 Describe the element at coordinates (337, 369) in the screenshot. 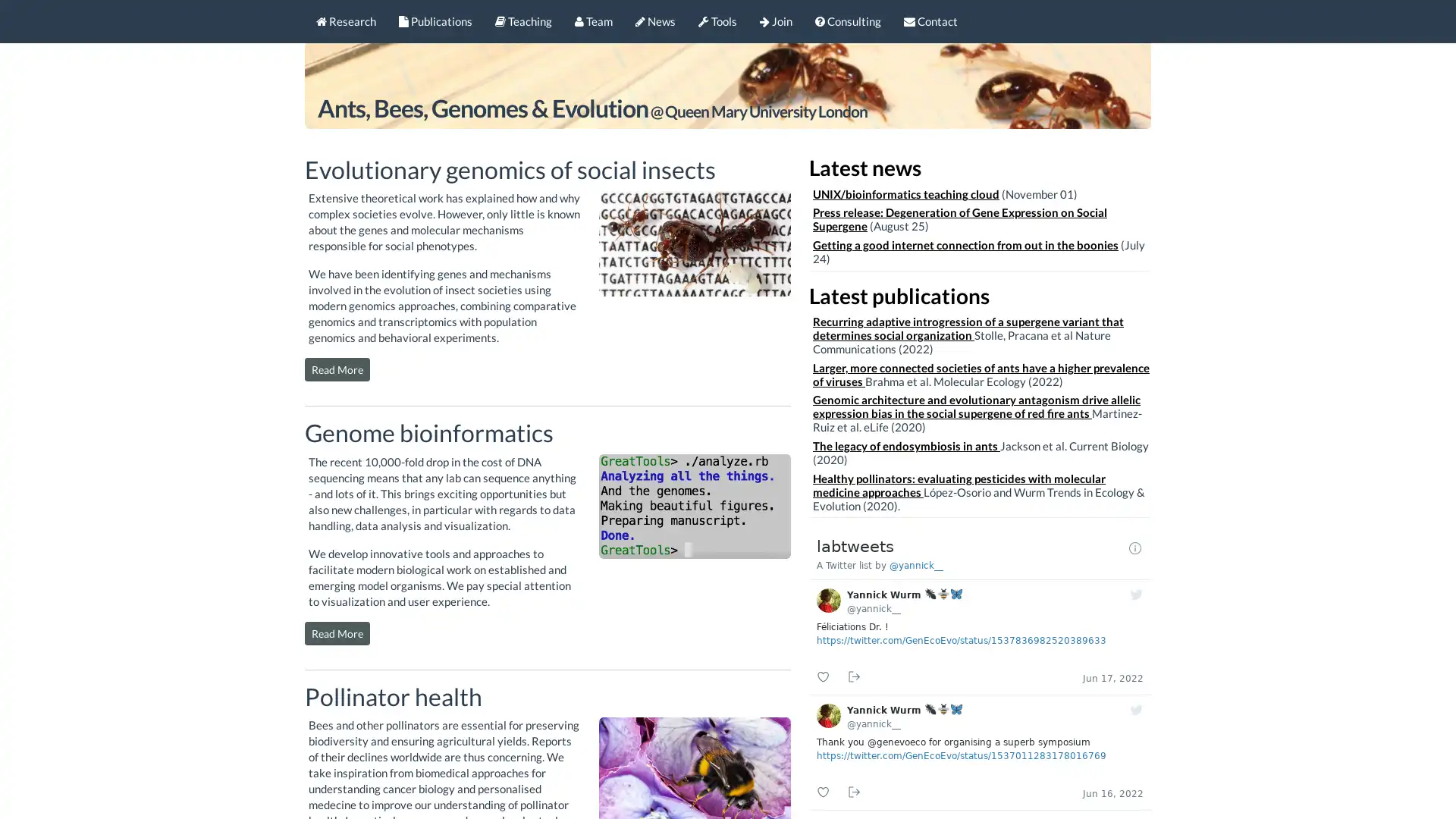

I see `Read More` at that location.